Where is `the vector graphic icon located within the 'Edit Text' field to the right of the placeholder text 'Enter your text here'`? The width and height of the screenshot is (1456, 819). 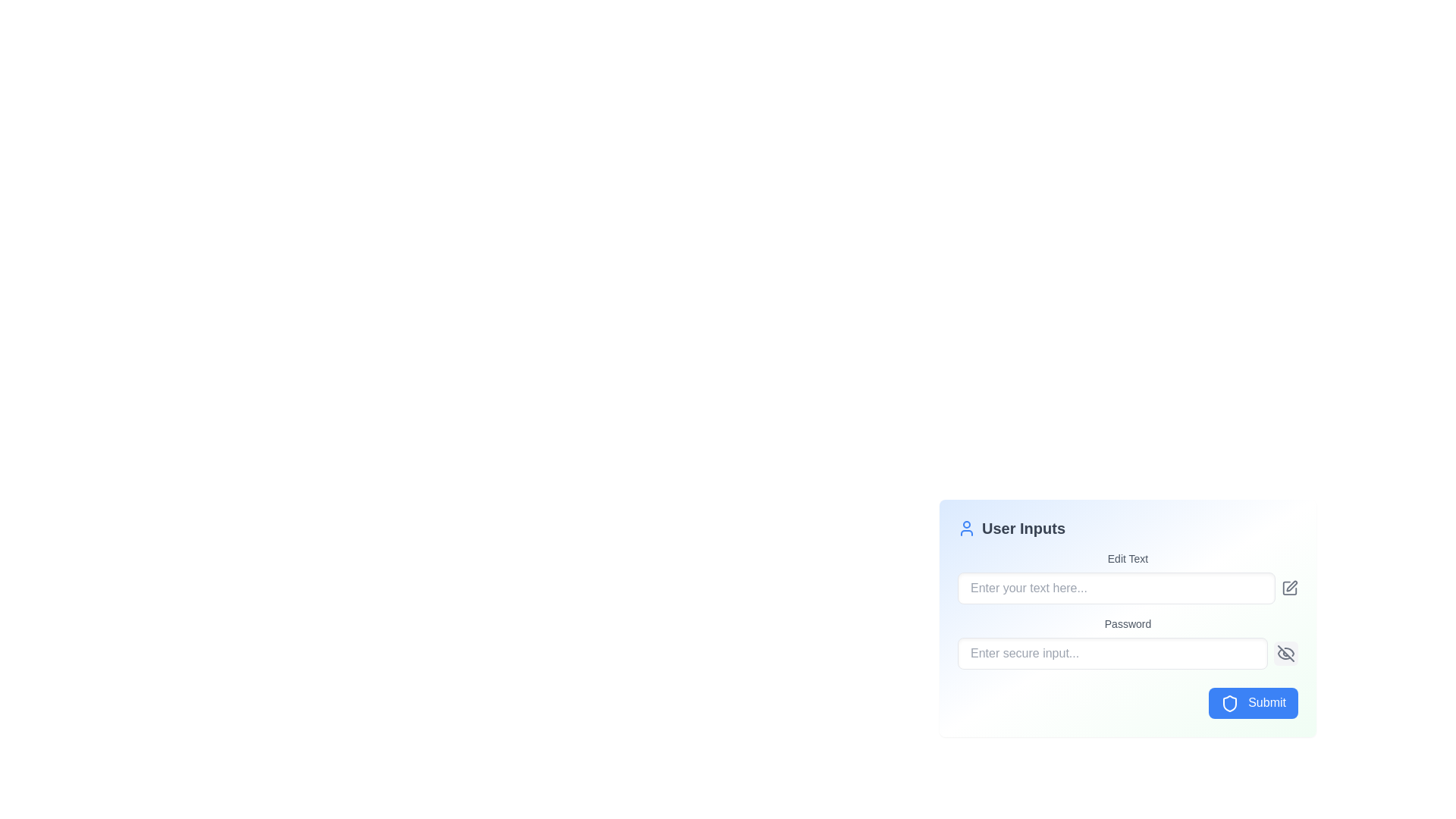 the vector graphic icon located within the 'Edit Text' field to the right of the placeholder text 'Enter your text here' is located at coordinates (1291, 585).